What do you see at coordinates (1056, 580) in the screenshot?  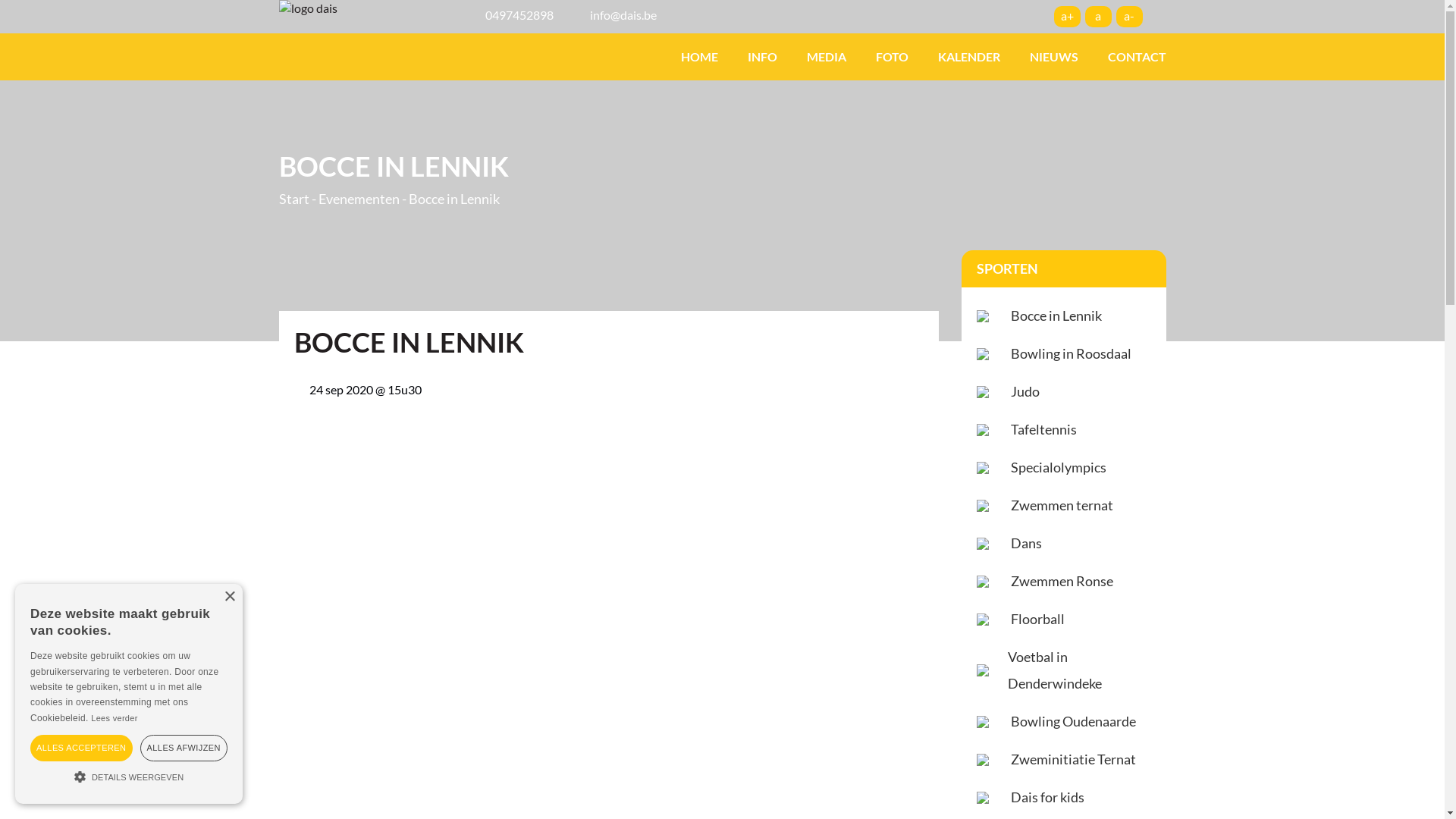 I see `'Zwemmen Ronse'` at bounding box center [1056, 580].